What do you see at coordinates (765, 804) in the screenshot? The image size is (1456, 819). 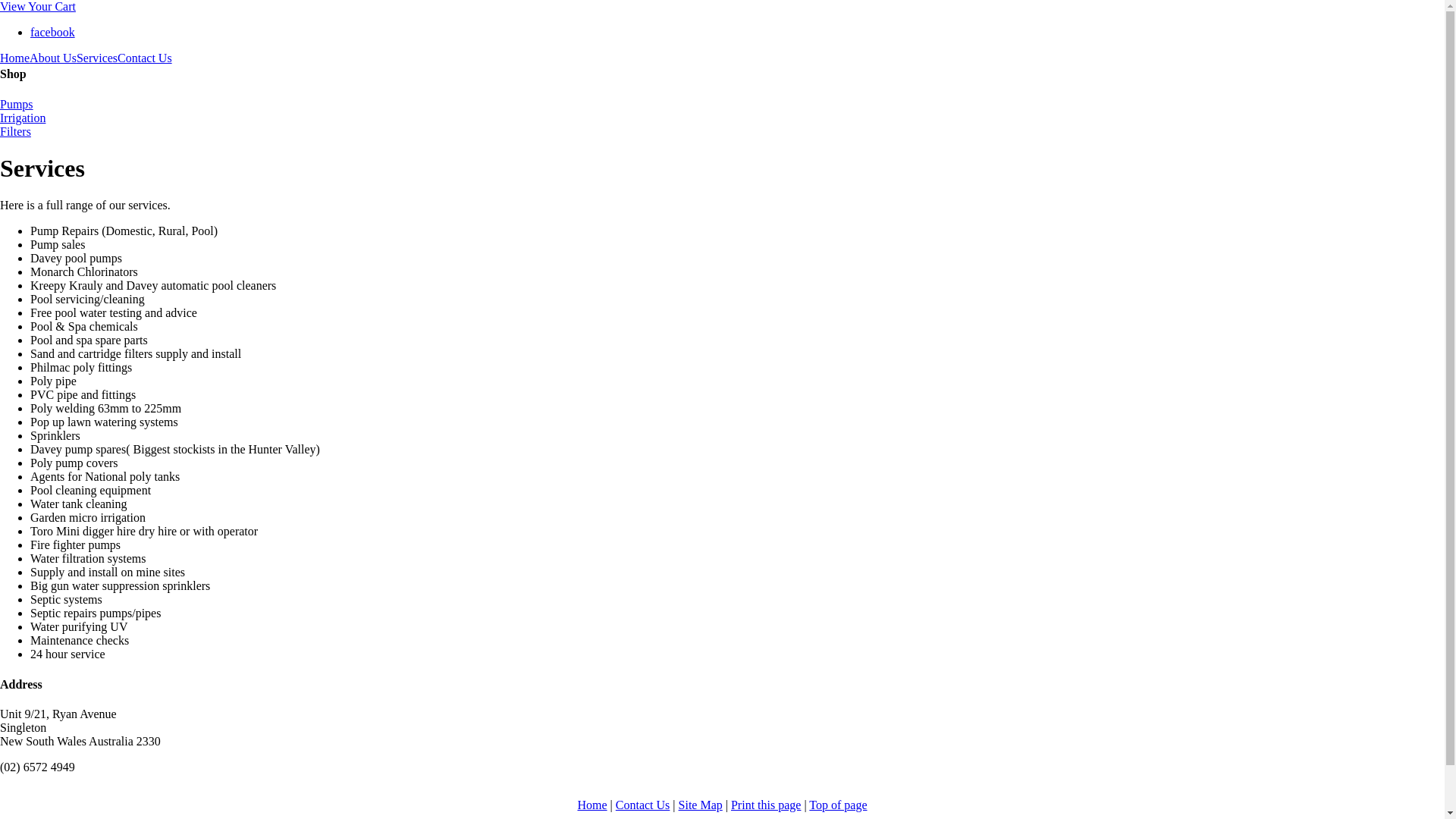 I see `'Print this page'` at bounding box center [765, 804].